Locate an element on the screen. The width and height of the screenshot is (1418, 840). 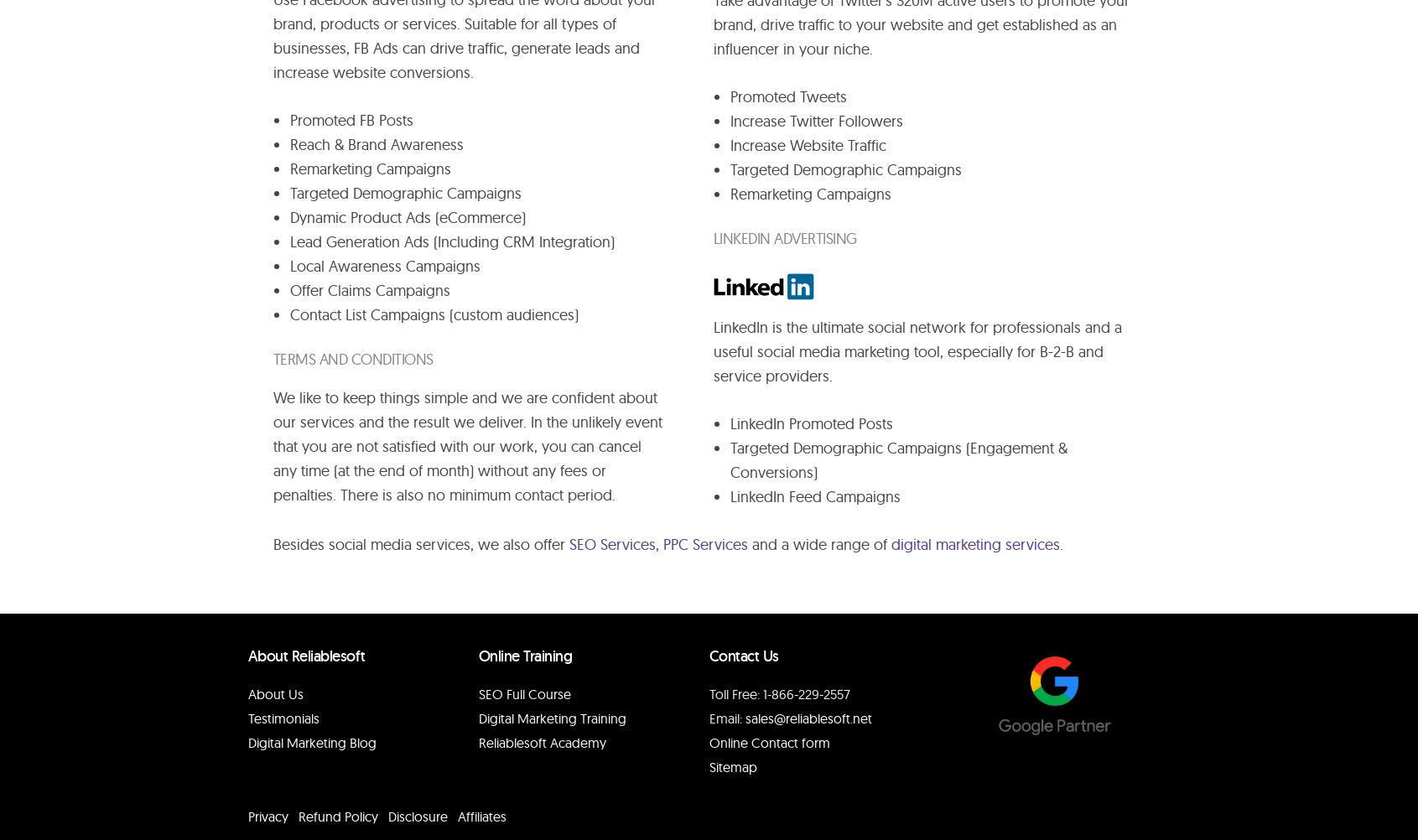
'Dynamic Product Ads (eCommerce)' is located at coordinates (406, 216).